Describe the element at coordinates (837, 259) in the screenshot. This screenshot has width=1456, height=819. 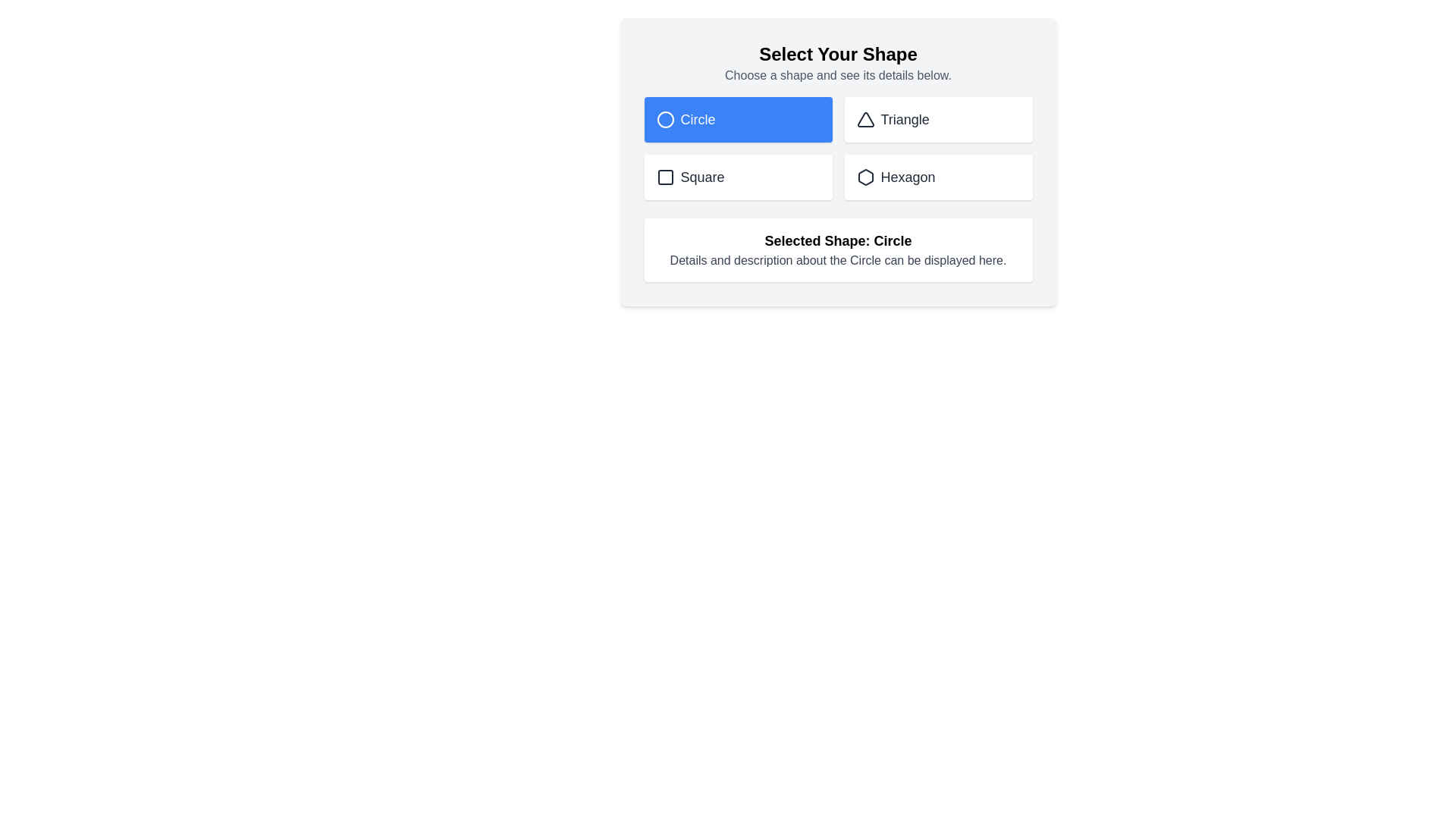
I see `text displayed in the gray styled text block that says 'Details and description about the Circle can be displayed here.' located below the title 'Selected Shape: Circle'` at that location.